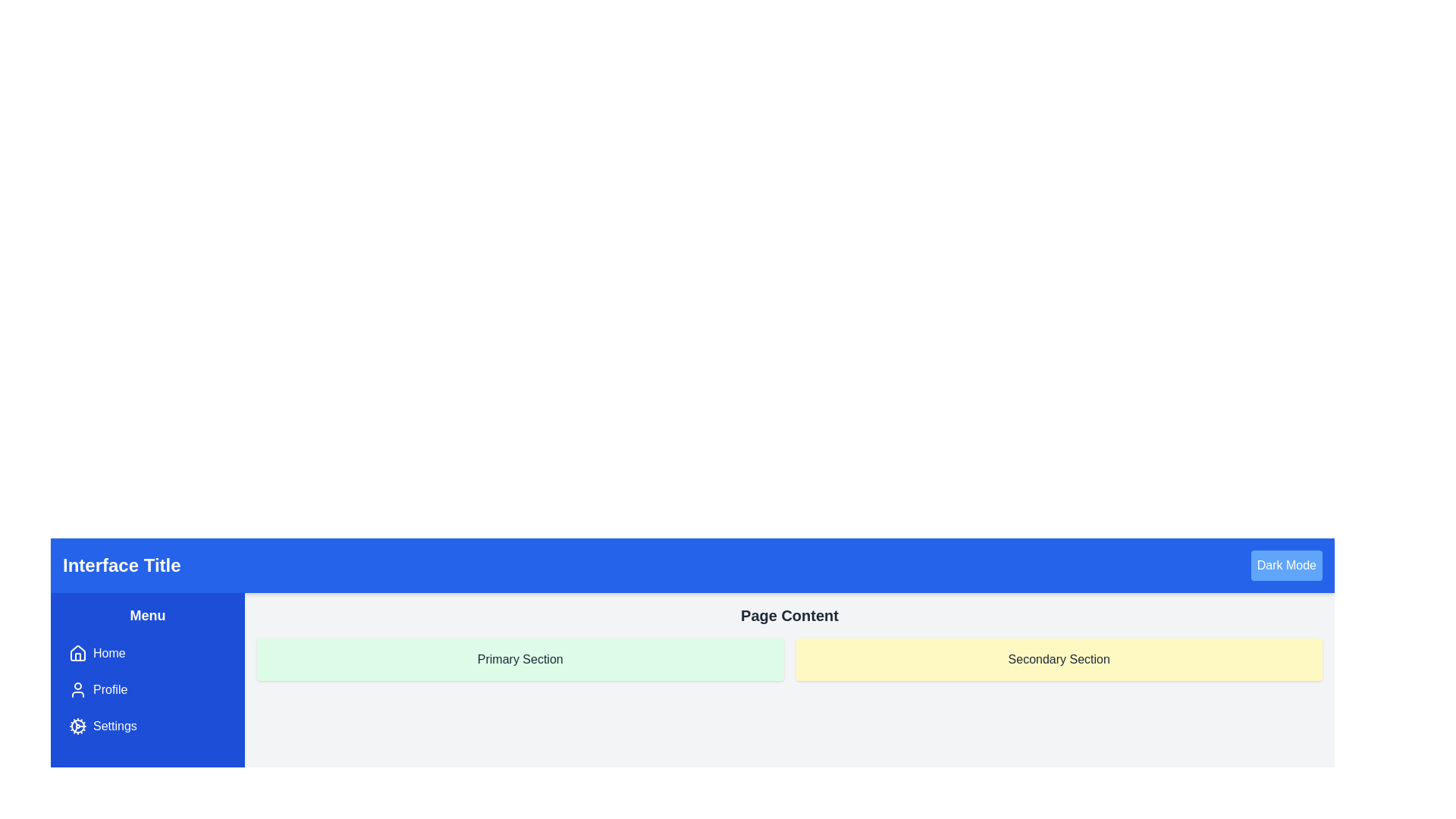  I want to click on the third menu item in the vertical menu on the left side of the application interface, which is labeled for accessing the settings page and has a gear icon to its left, so click(114, 725).